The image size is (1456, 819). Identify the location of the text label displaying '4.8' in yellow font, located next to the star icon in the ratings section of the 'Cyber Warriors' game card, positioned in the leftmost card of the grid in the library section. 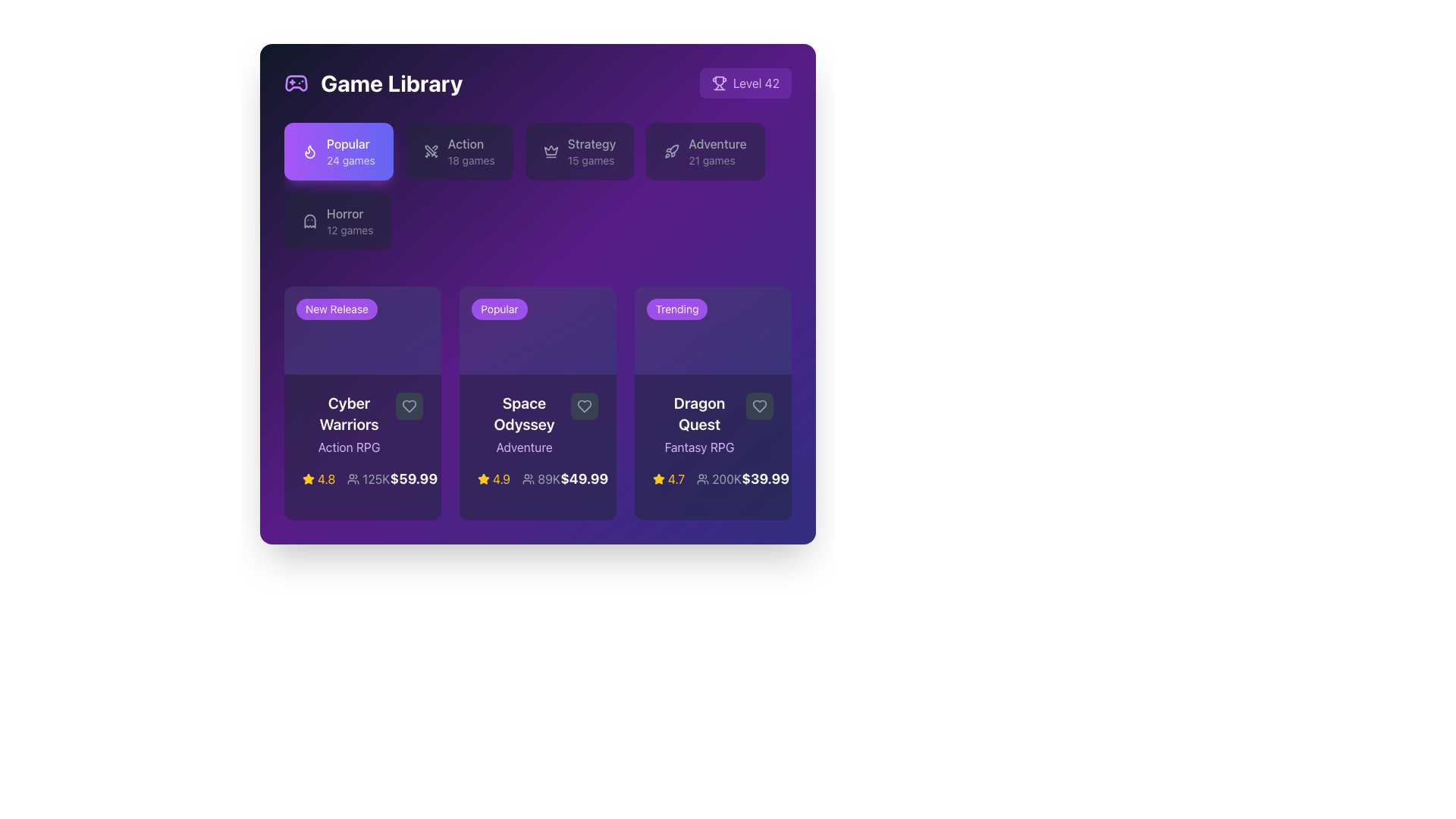
(325, 479).